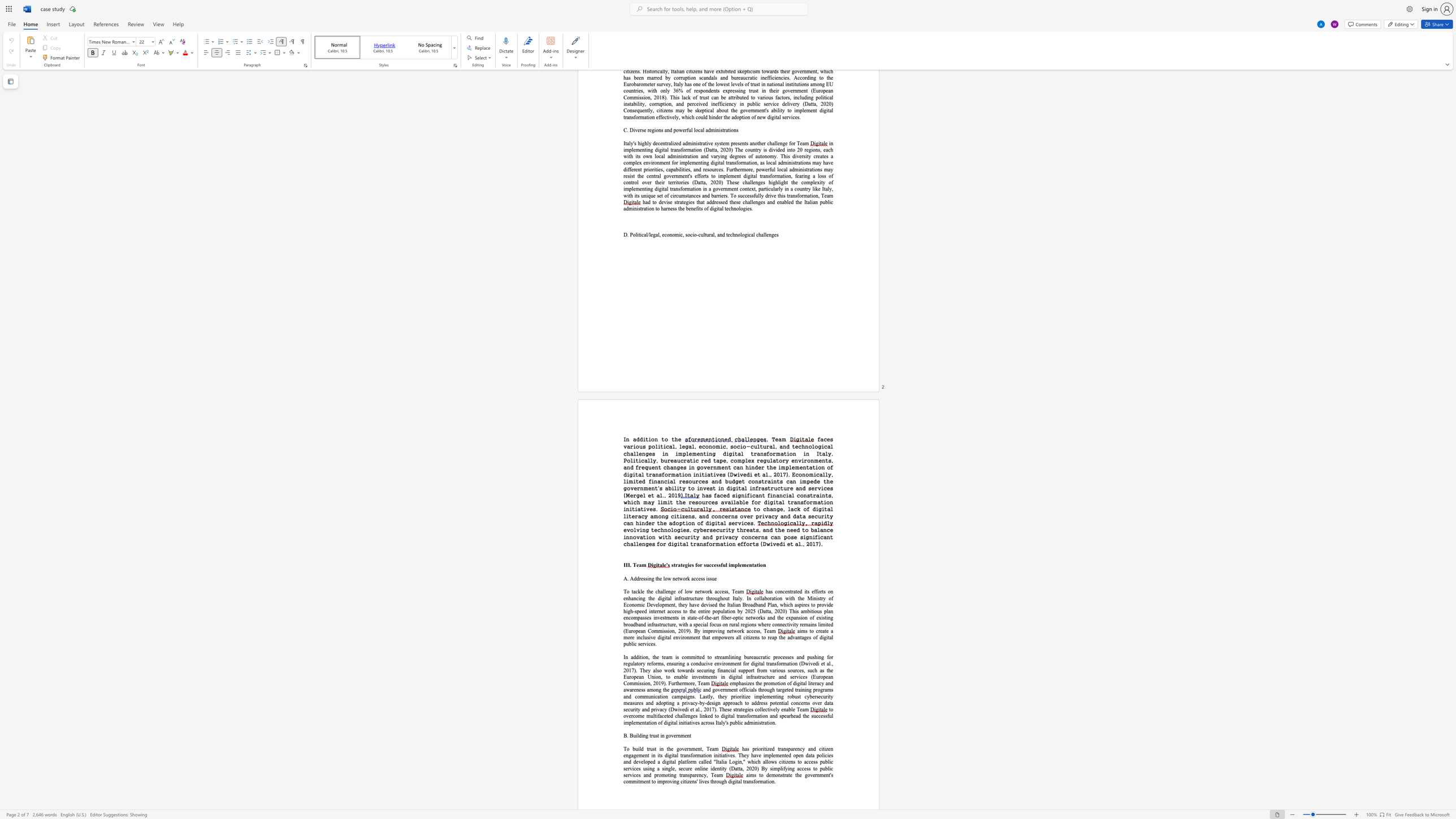 Image resolution: width=1456 pixels, height=819 pixels. What do you see at coordinates (652, 761) in the screenshot?
I see `the subset text "d a digital platform called" within the text "has prioritized transparency and citizen engagement in its digital transformation initiatives. They have implemented open data policies and developed a digital platform called"` at bounding box center [652, 761].